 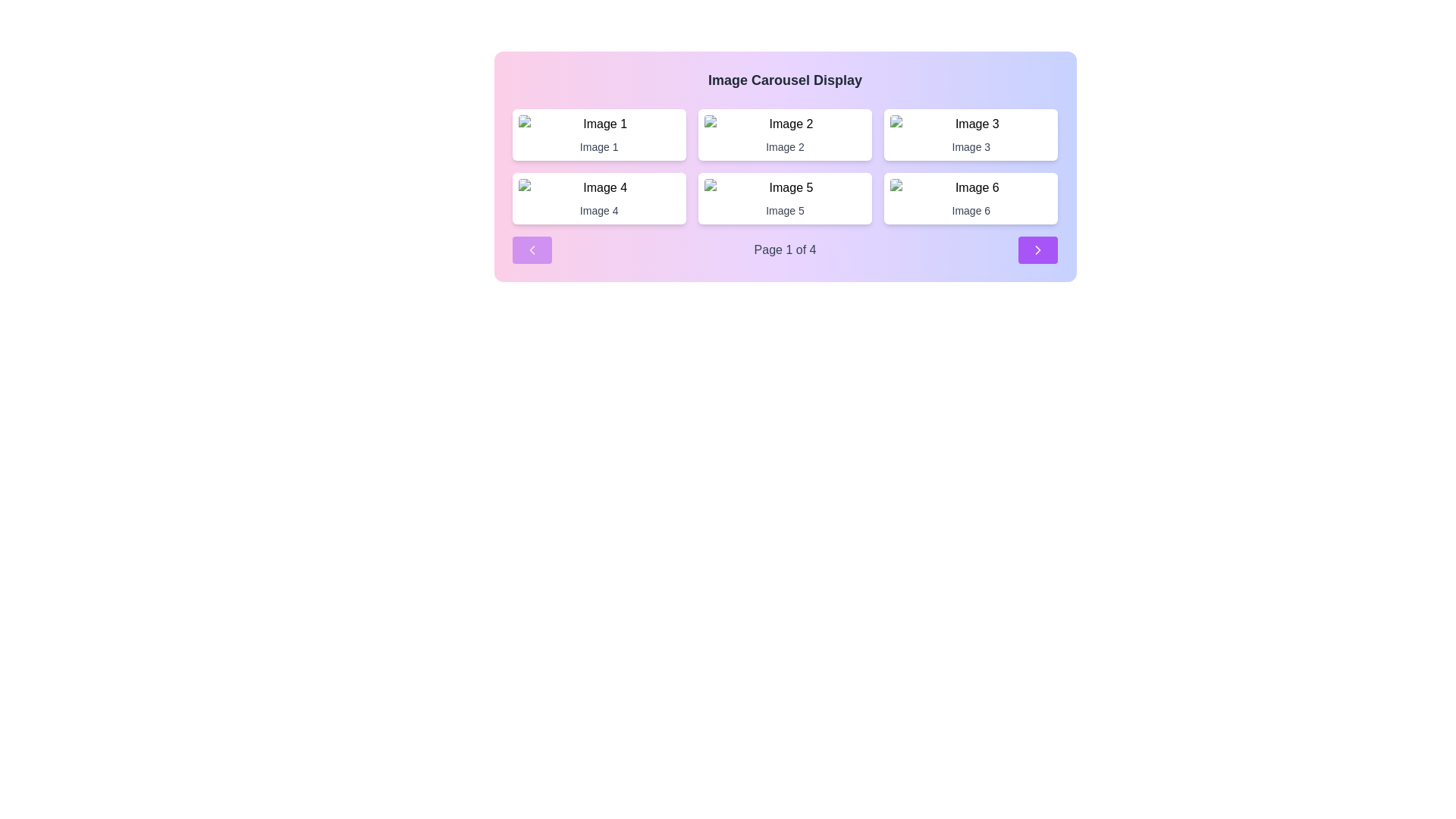 I want to click on the image representing 'Image 3' located in the top row, third column of the grid, so click(x=971, y=124).